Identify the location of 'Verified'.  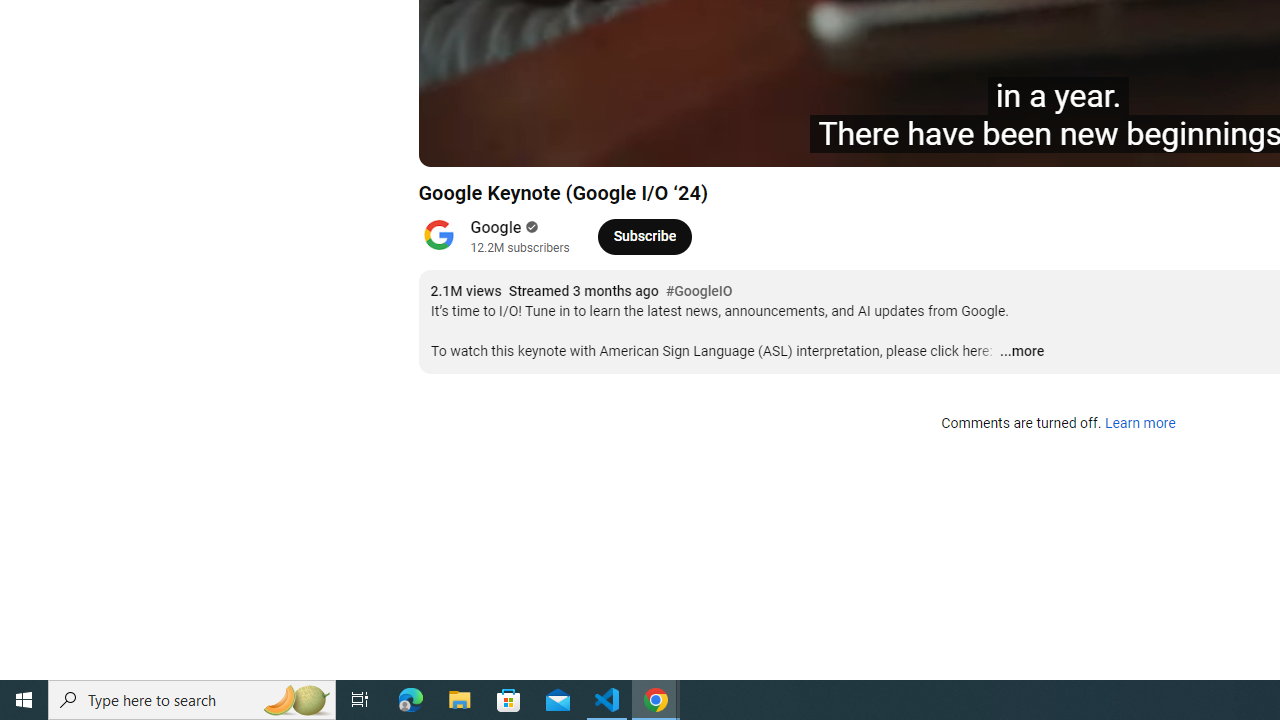
(530, 226).